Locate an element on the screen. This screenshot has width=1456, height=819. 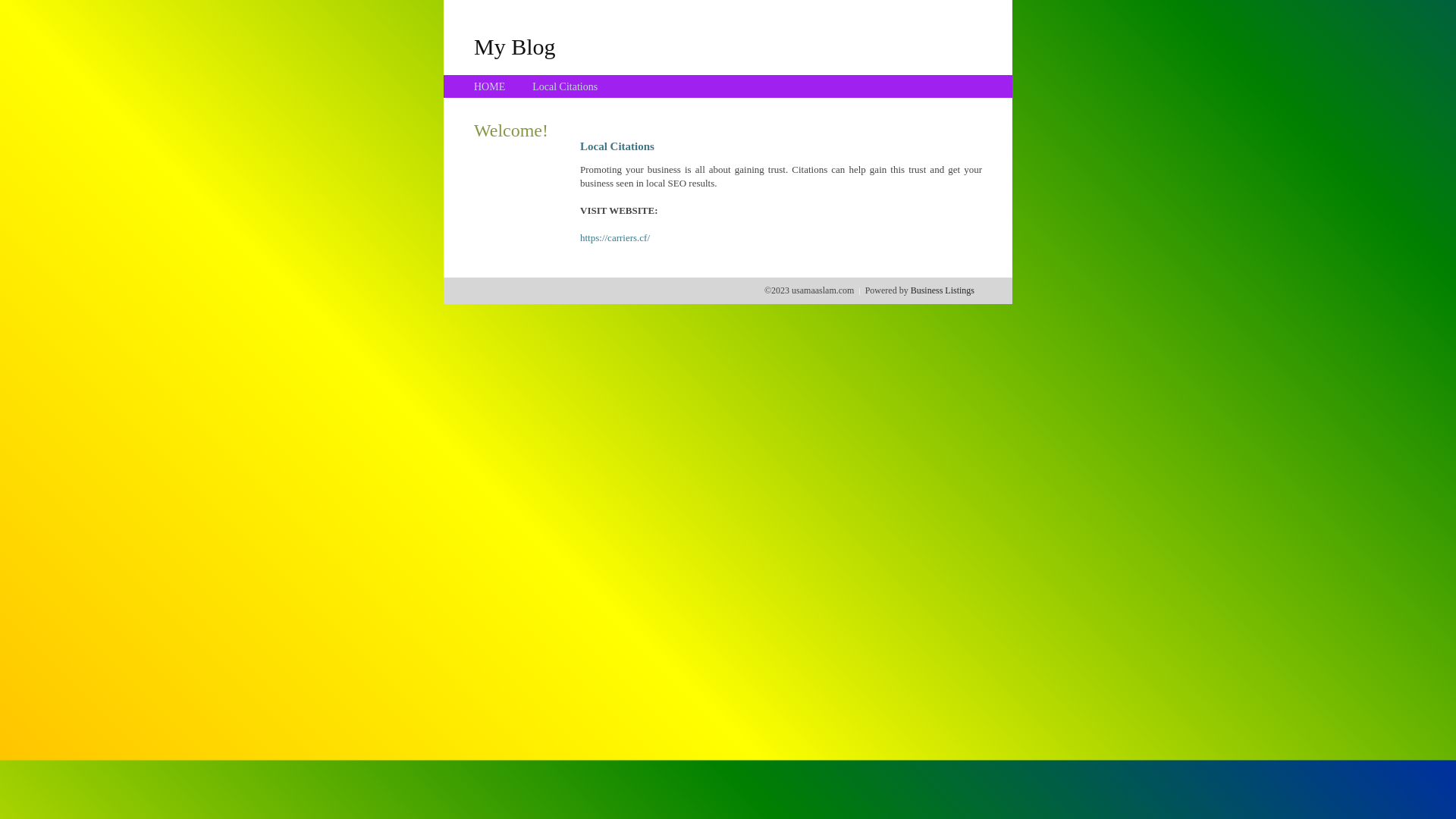
'https://carriers.cf/' is located at coordinates (579, 237).